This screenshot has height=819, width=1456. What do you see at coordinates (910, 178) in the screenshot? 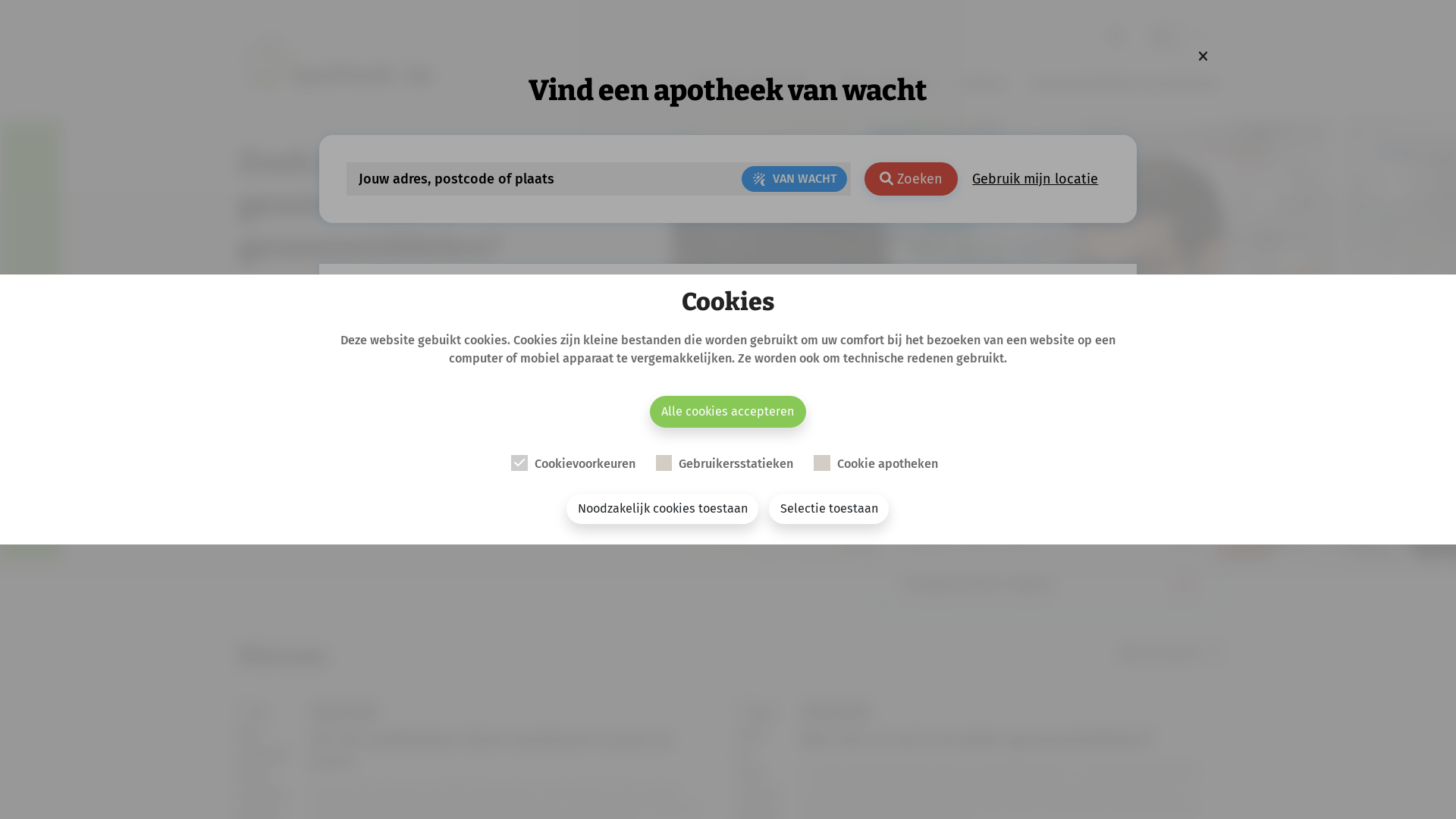
I see `'Zoeken'` at bounding box center [910, 178].